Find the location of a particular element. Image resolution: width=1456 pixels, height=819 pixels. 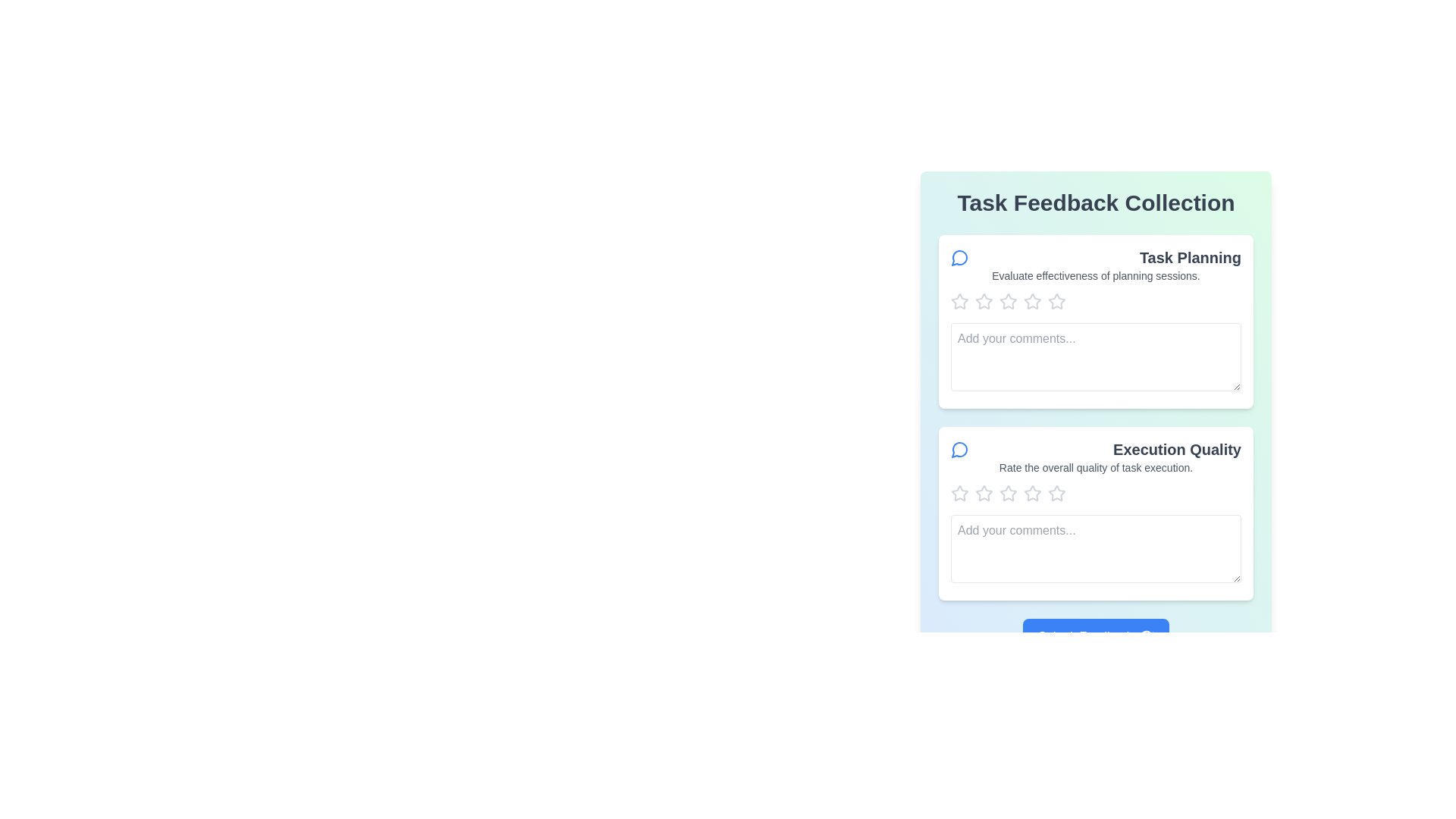

the circular message icon within the 'Execution Quality' feedback category, which features a speech bubble with a tail, located in the second row of the 'Task Feedback Collection' interface is located at coordinates (959, 449).